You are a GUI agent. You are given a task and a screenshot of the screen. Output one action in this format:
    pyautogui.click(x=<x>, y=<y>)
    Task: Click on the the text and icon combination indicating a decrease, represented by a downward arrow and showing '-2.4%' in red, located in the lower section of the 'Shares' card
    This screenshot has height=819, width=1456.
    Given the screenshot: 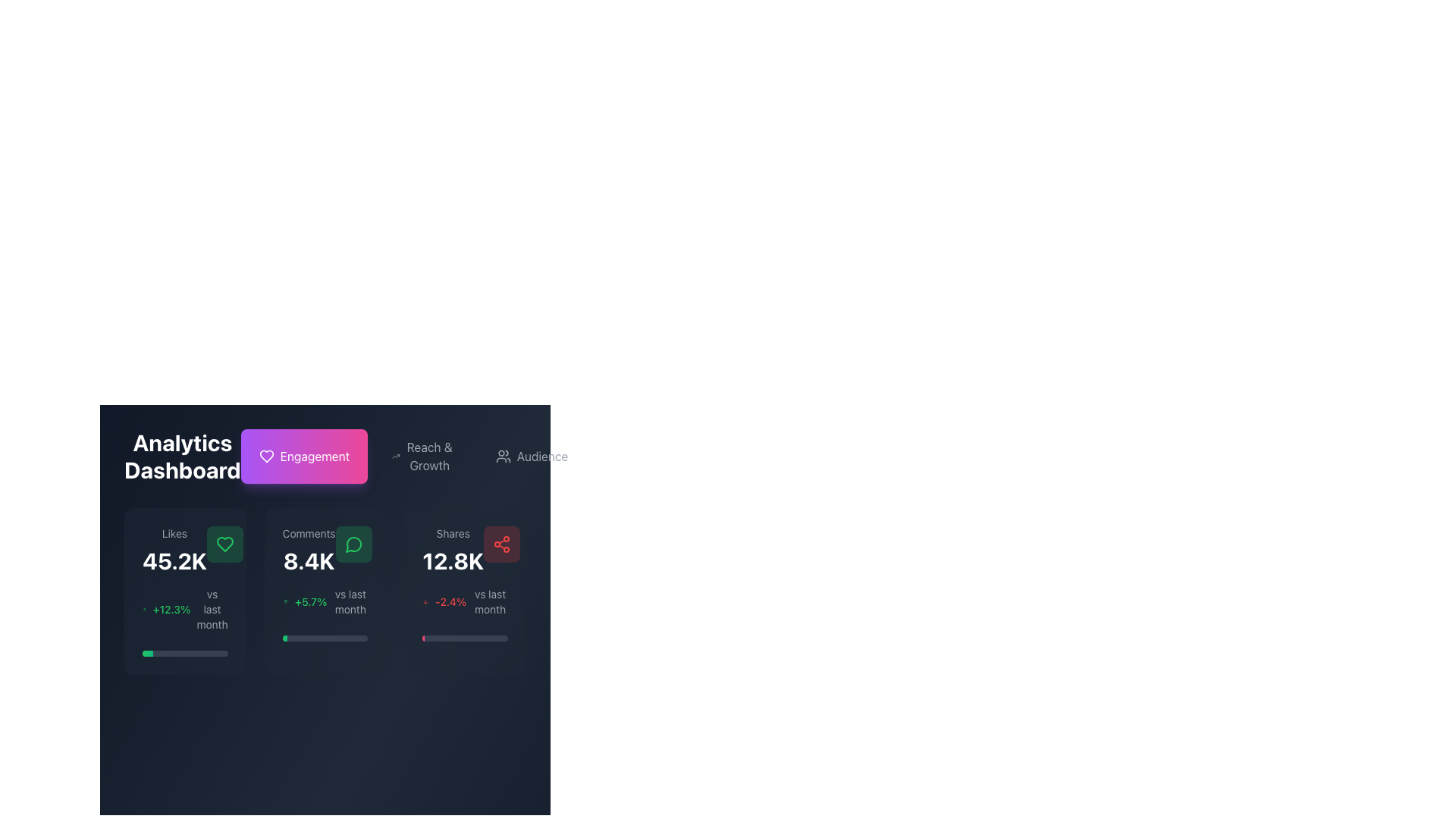 What is the action you would take?
    pyautogui.click(x=464, y=601)
    